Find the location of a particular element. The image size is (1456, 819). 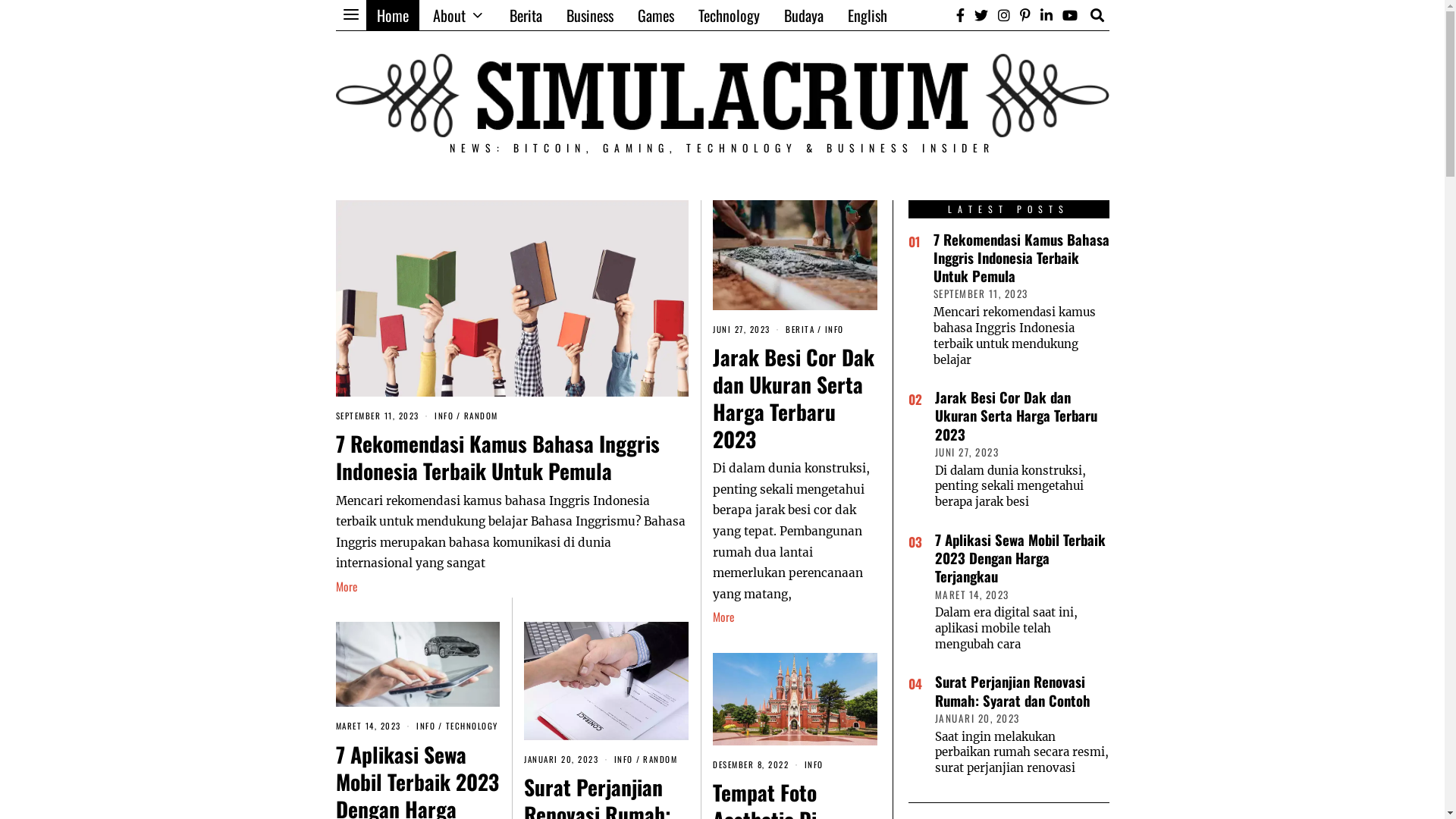

'Home' is located at coordinates (365, 14).